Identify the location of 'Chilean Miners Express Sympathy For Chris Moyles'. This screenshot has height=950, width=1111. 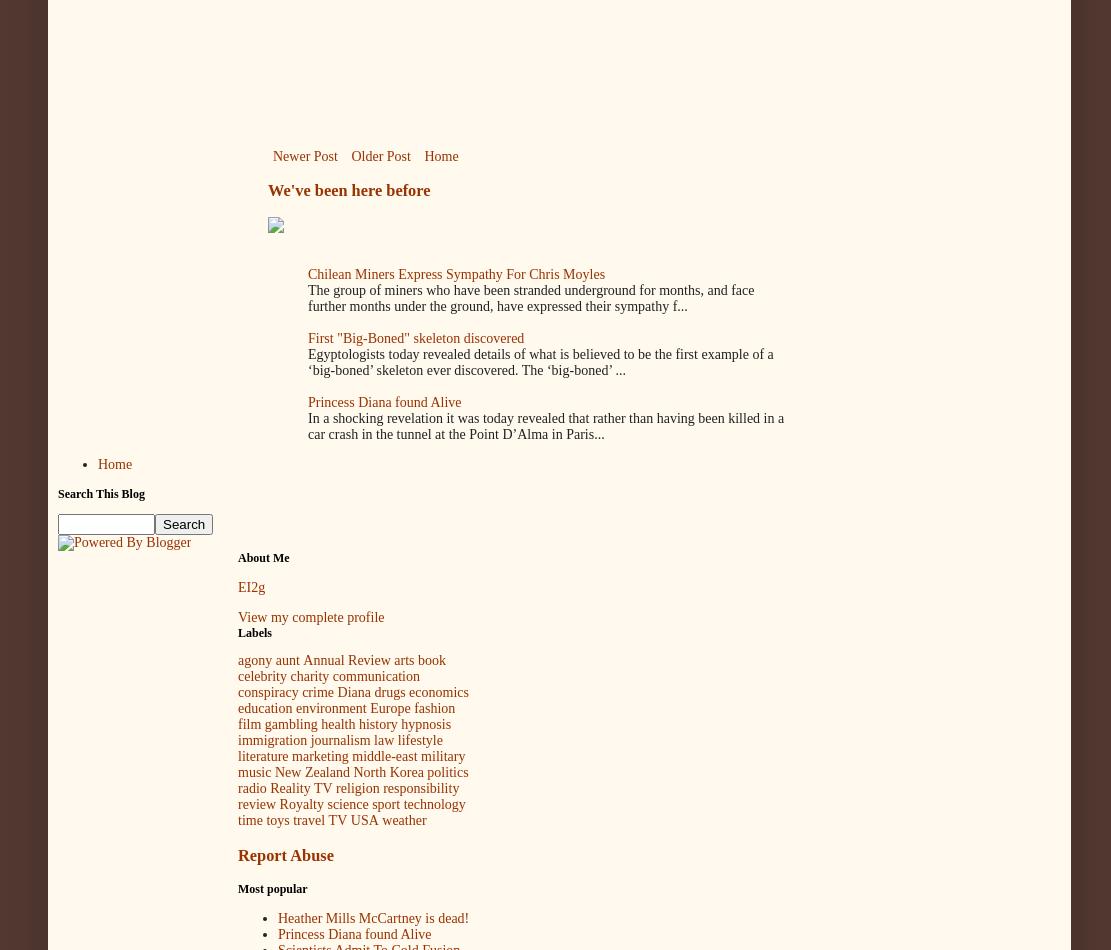
(307, 273).